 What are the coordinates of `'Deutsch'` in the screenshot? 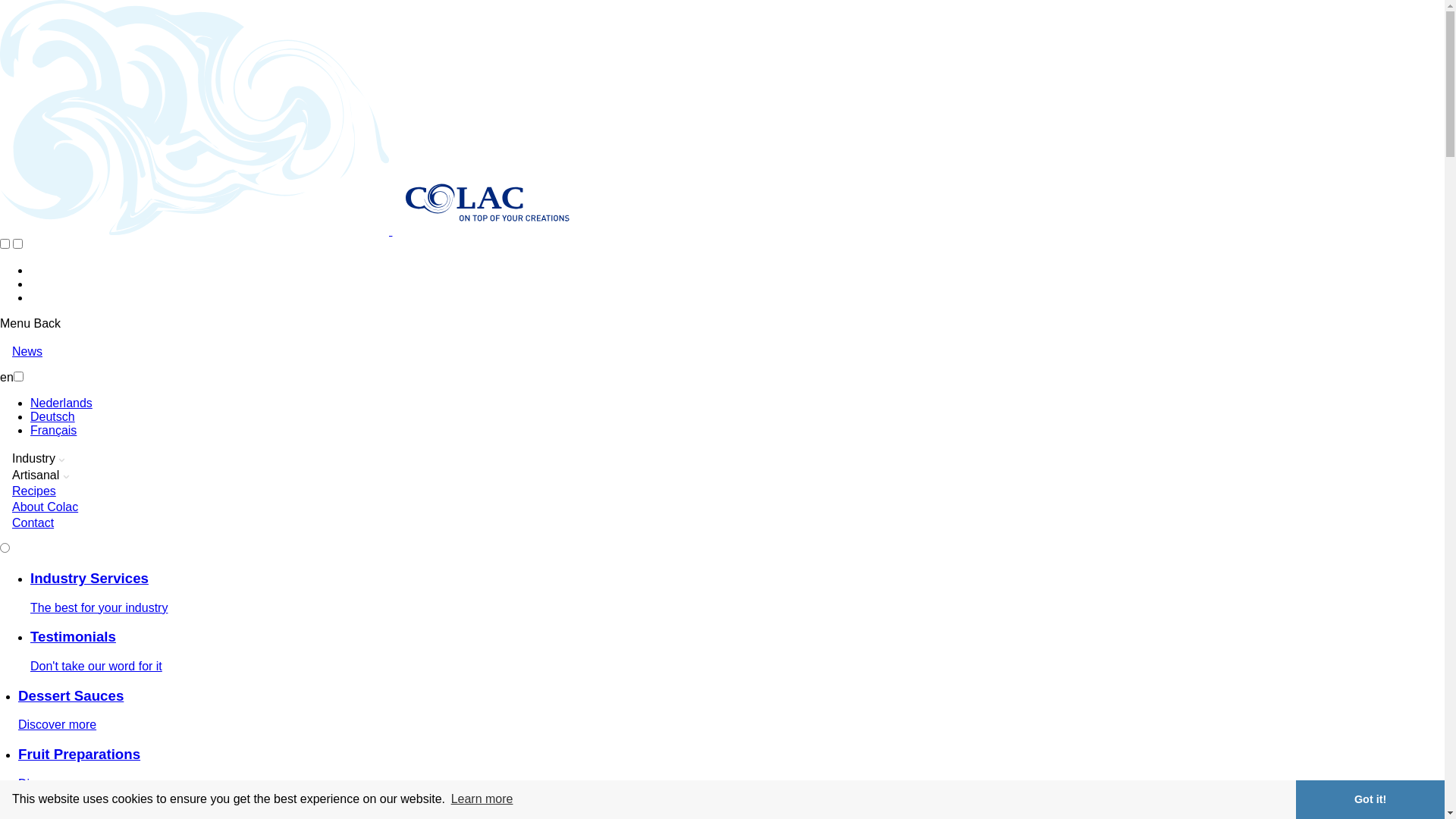 It's located at (52, 416).